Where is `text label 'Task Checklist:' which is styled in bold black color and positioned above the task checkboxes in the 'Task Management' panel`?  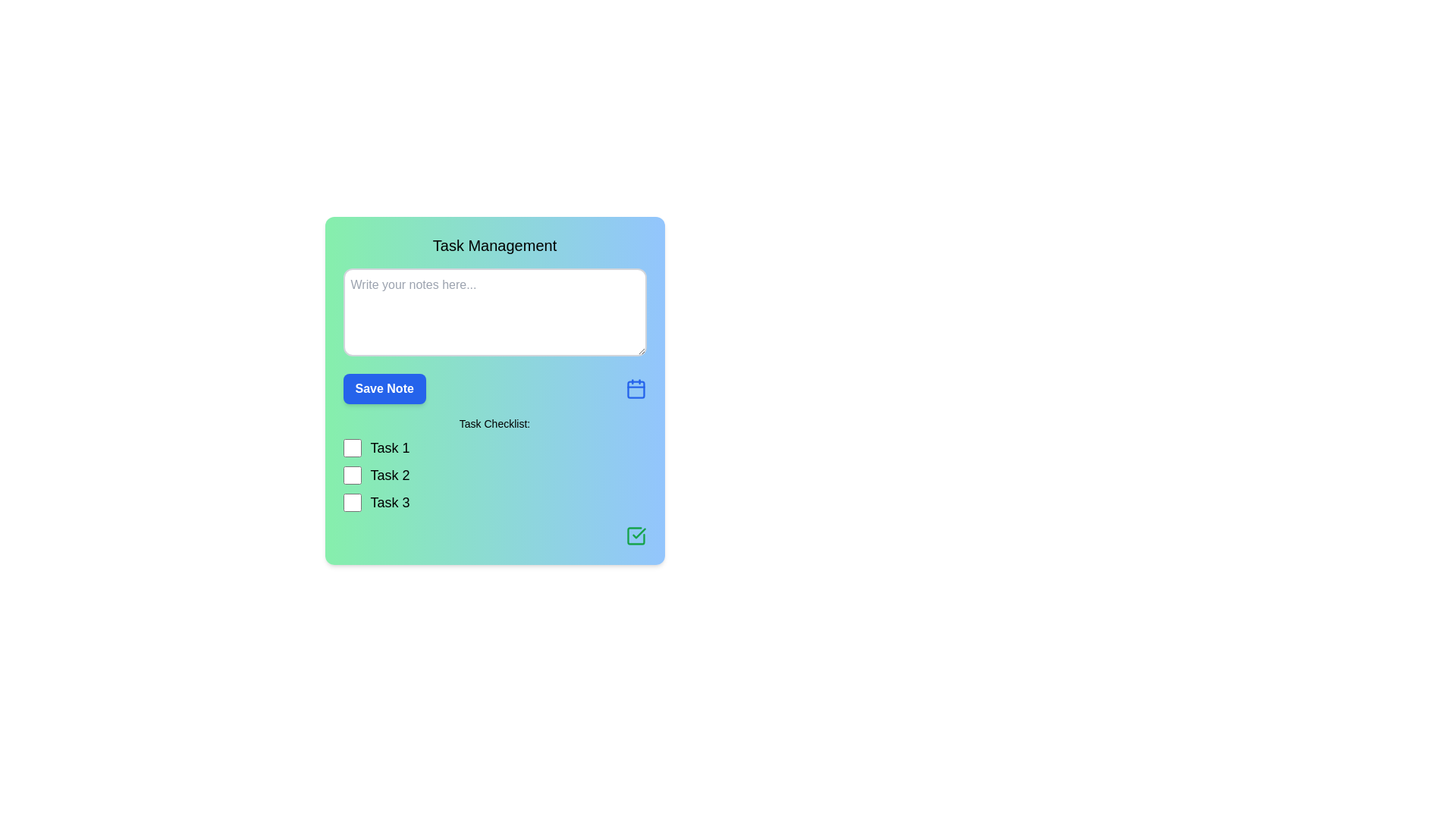 text label 'Task Checklist:' which is styled in bold black color and positioned above the task checkboxes in the 'Task Management' panel is located at coordinates (494, 424).